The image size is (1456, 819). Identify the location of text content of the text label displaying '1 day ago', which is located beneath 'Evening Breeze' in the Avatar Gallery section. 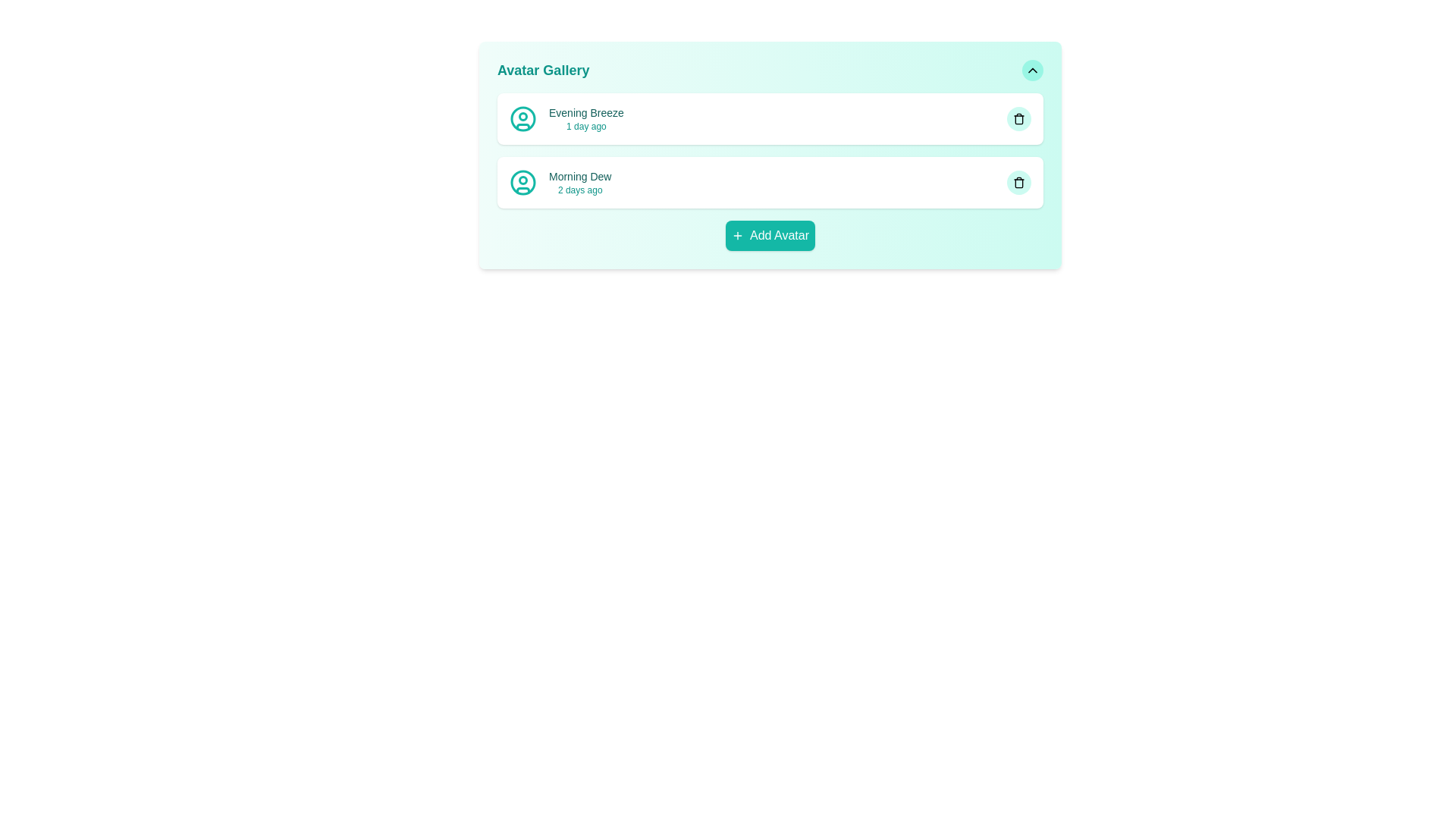
(585, 125).